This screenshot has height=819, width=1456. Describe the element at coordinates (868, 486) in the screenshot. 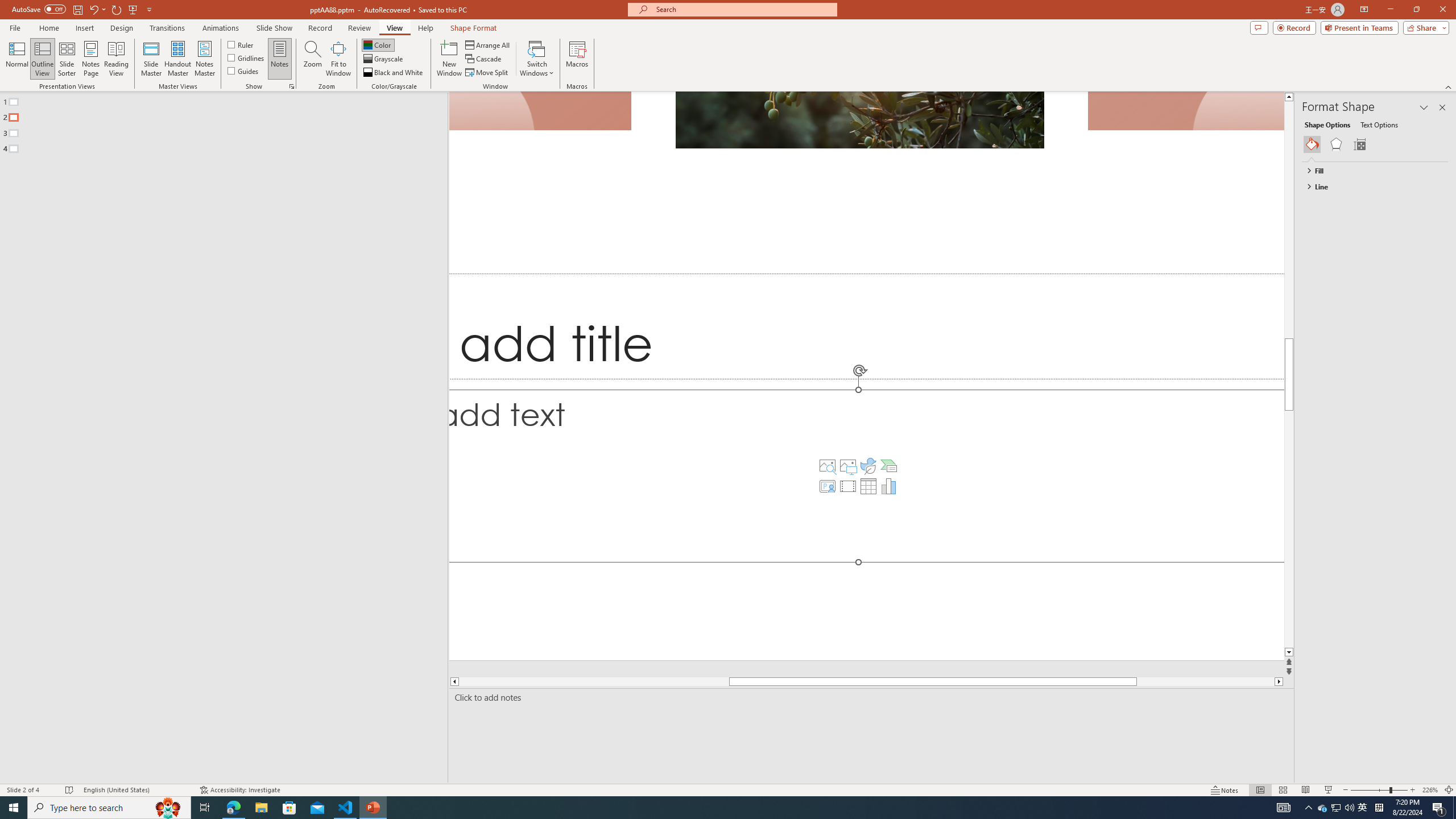

I see `'Insert Table'` at that location.